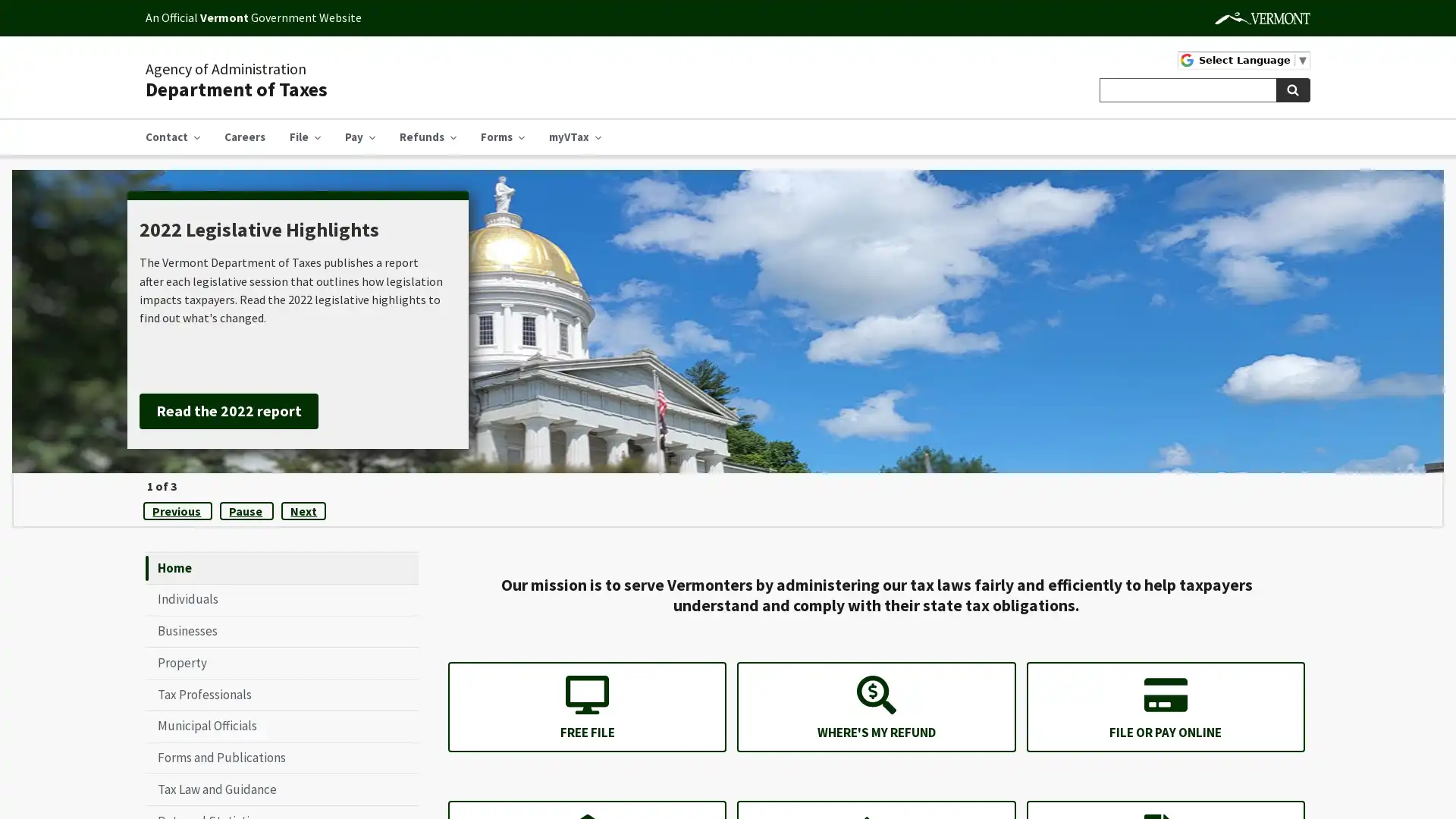  What do you see at coordinates (304, 137) in the screenshot?
I see `File` at bounding box center [304, 137].